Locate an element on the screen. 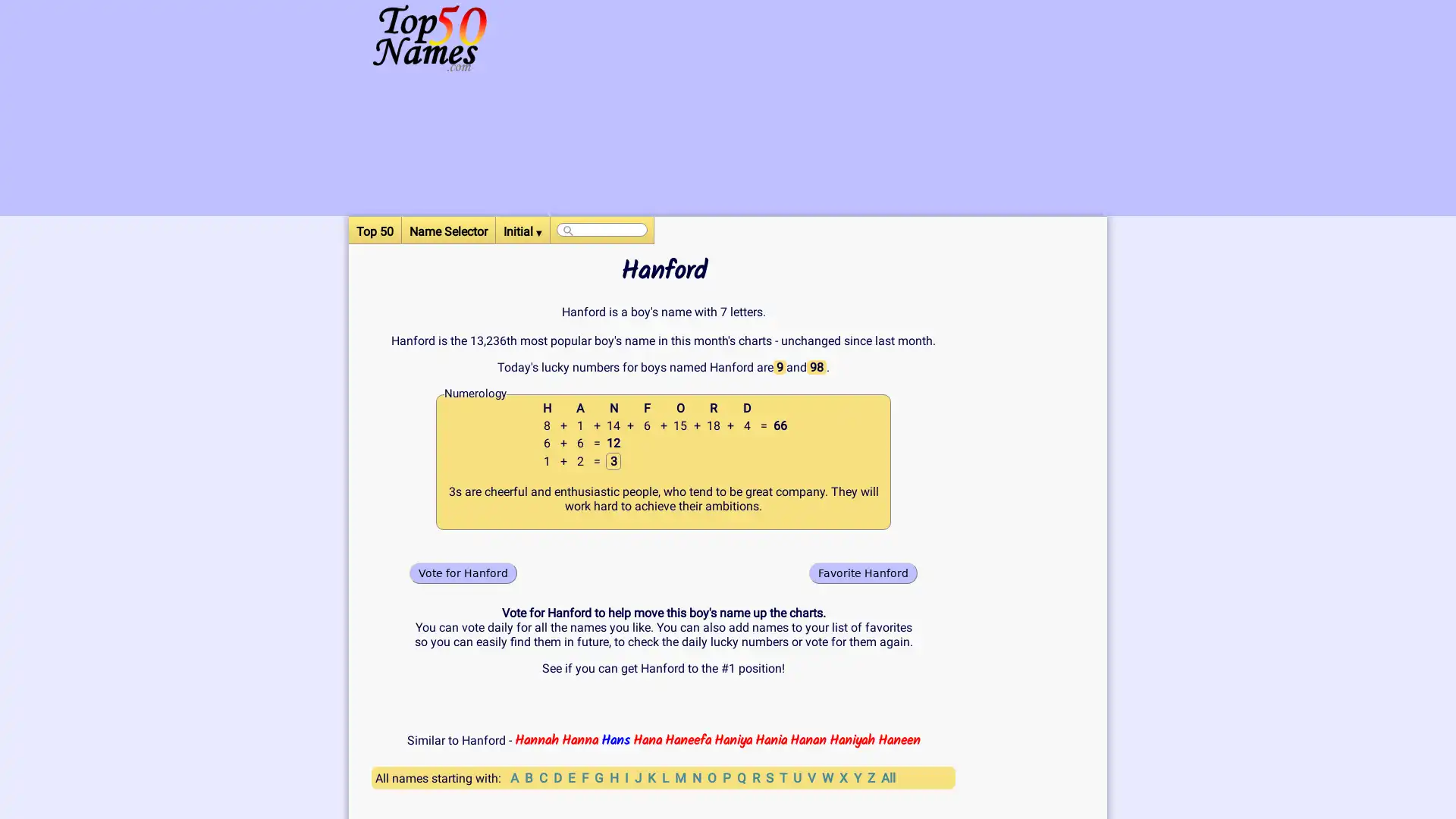  Favorite Hanford is located at coordinates (863, 573).